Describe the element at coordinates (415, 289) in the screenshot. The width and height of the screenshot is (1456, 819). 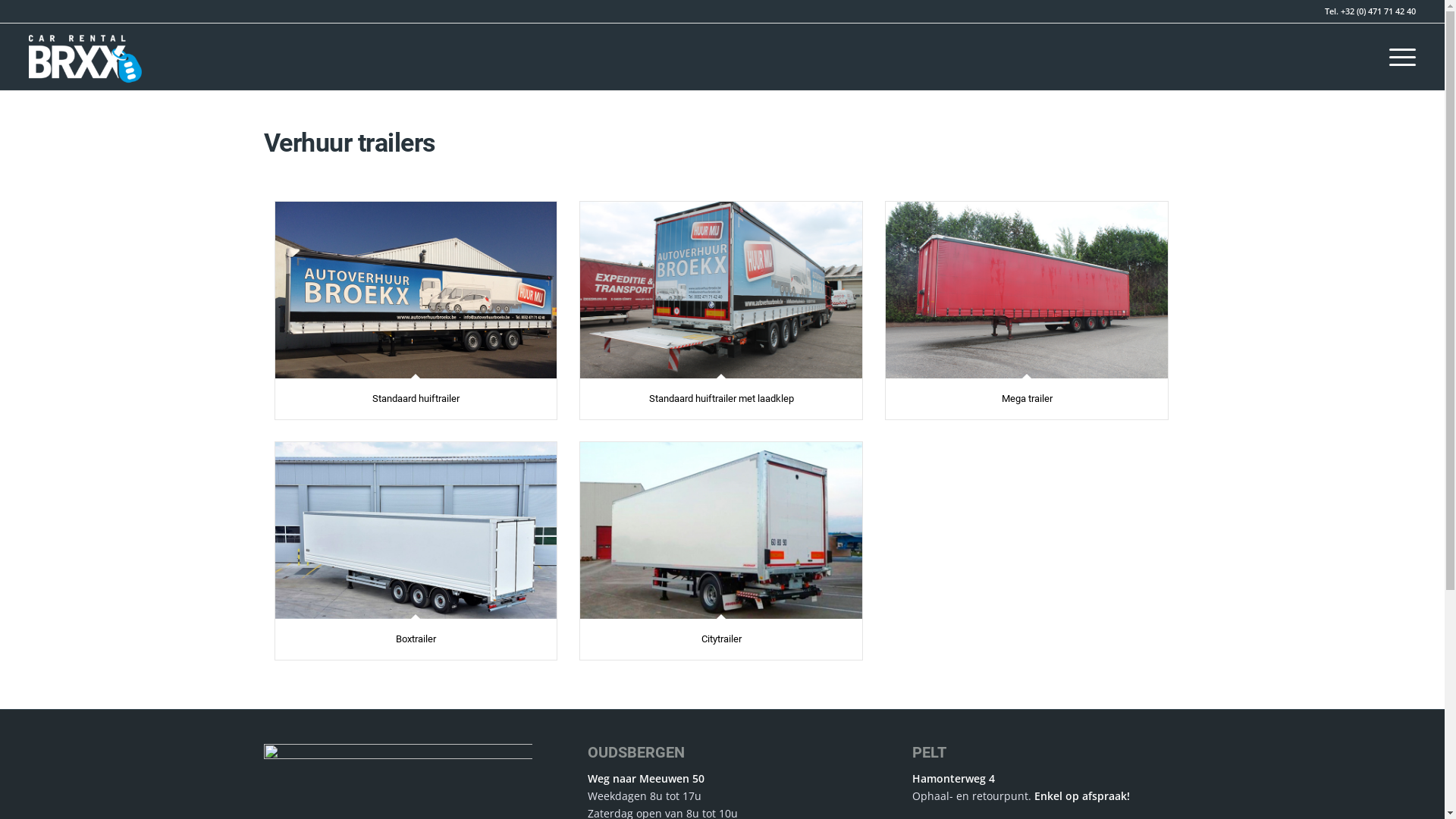
I see `'Standaard huiftrailer'` at that location.